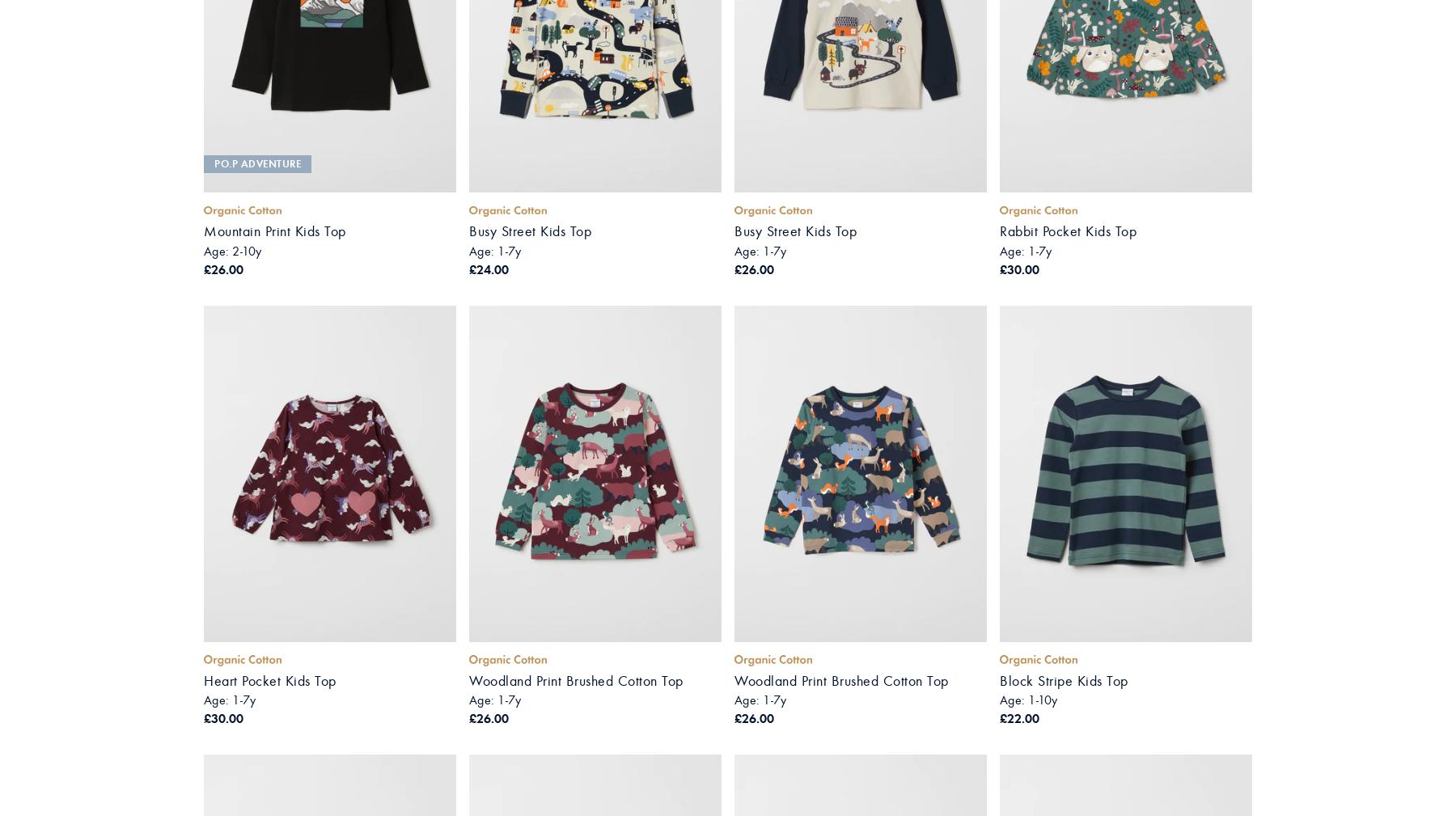 The image size is (1456, 816). Describe the element at coordinates (256, 162) in the screenshot. I see `'PO.P Adventure'` at that location.